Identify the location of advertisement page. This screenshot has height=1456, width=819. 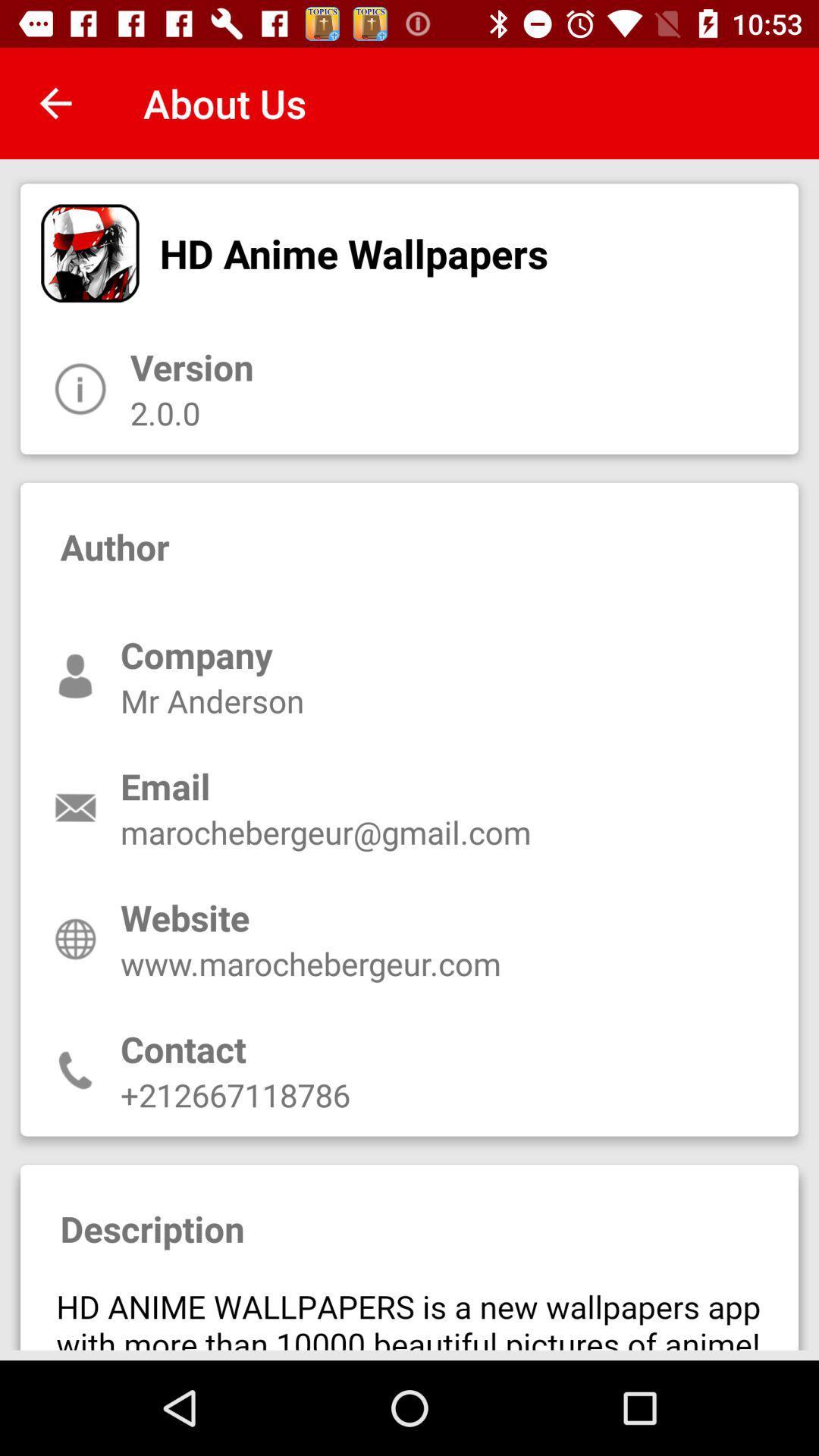
(409, 1310).